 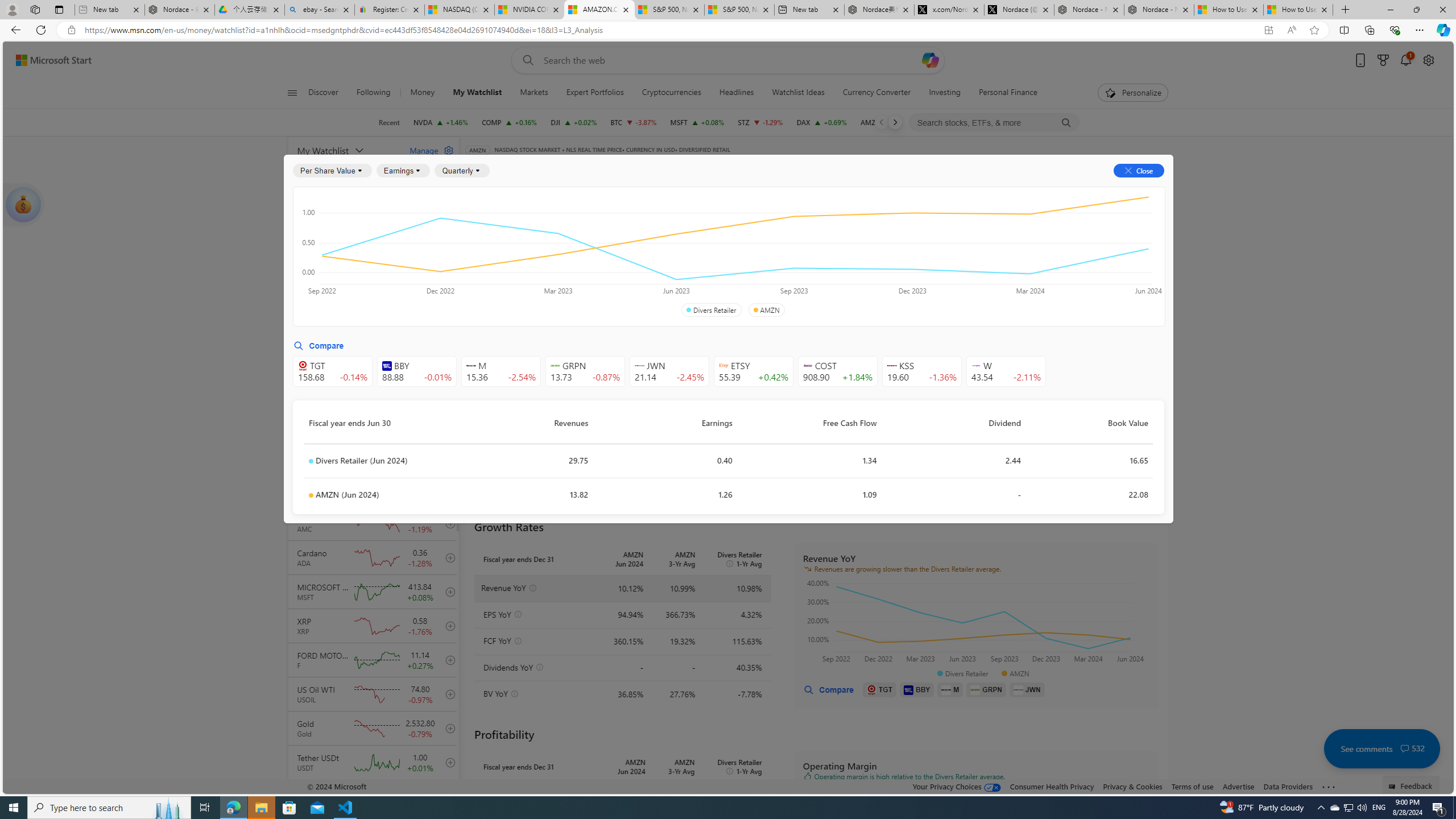 What do you see at coordinates (1428, 60) in the screenshot?
I see `'Open settings'` at bounding box center [1428, 60].